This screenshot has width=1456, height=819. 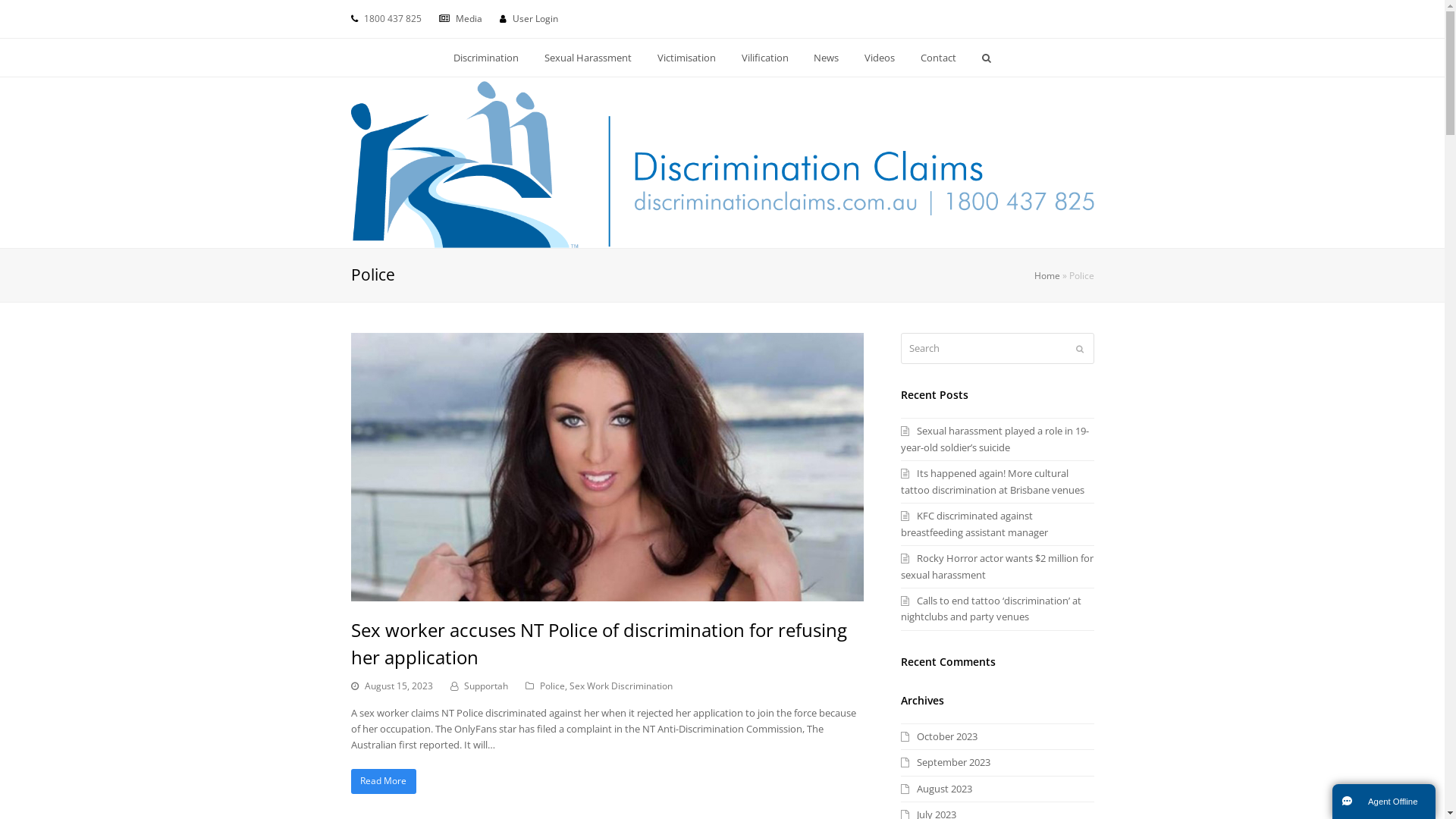 What do you see at coordinates (974, 522) in the screenshot?
I see `'KFC discriminated against breastfeeding assistant manager'` at bounding box center [974, 522].